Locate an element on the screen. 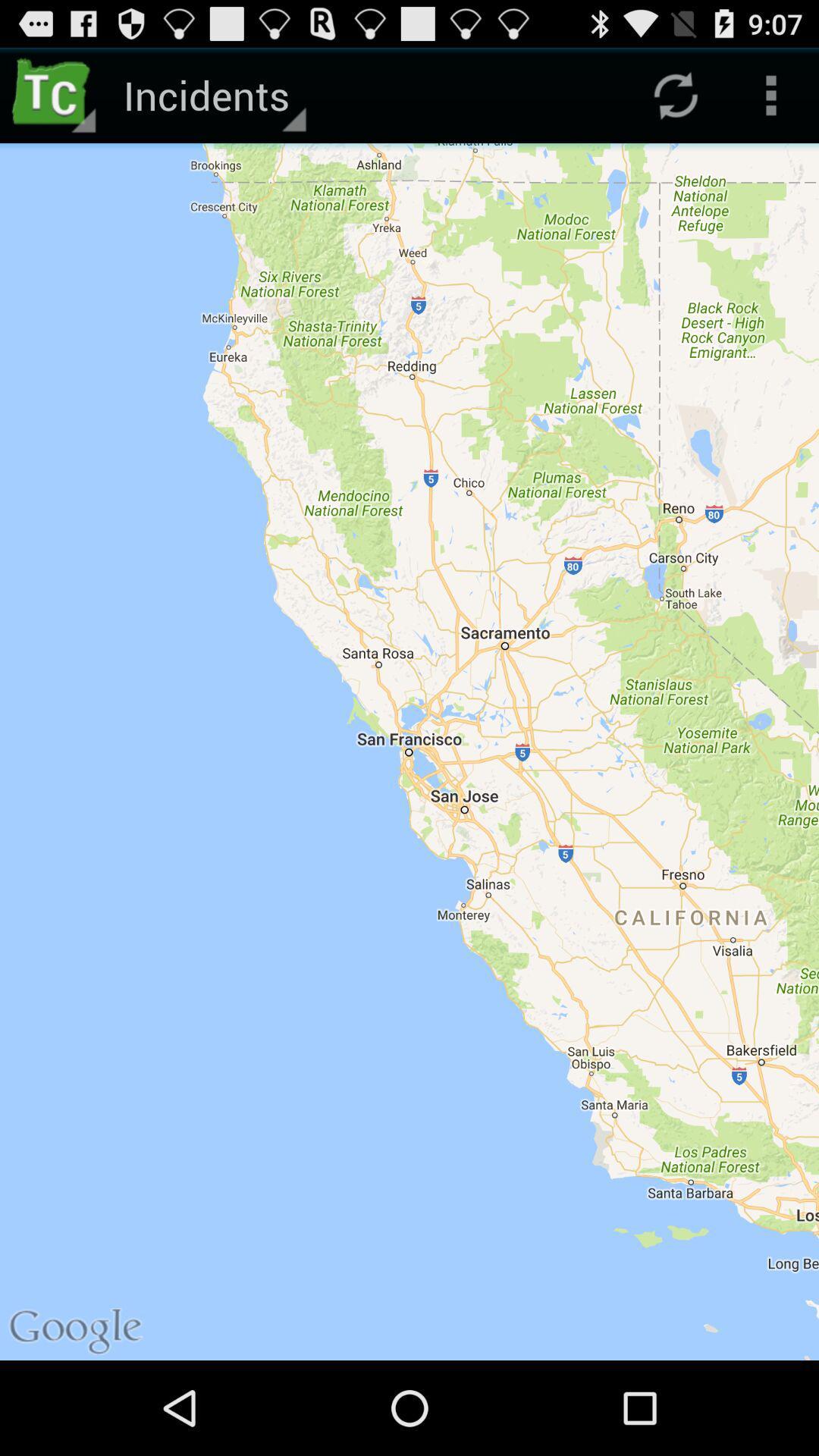 Image resolution: width=819 pixels, height=1456 pixels. the refresh icon is located at coordinates (675, 101).